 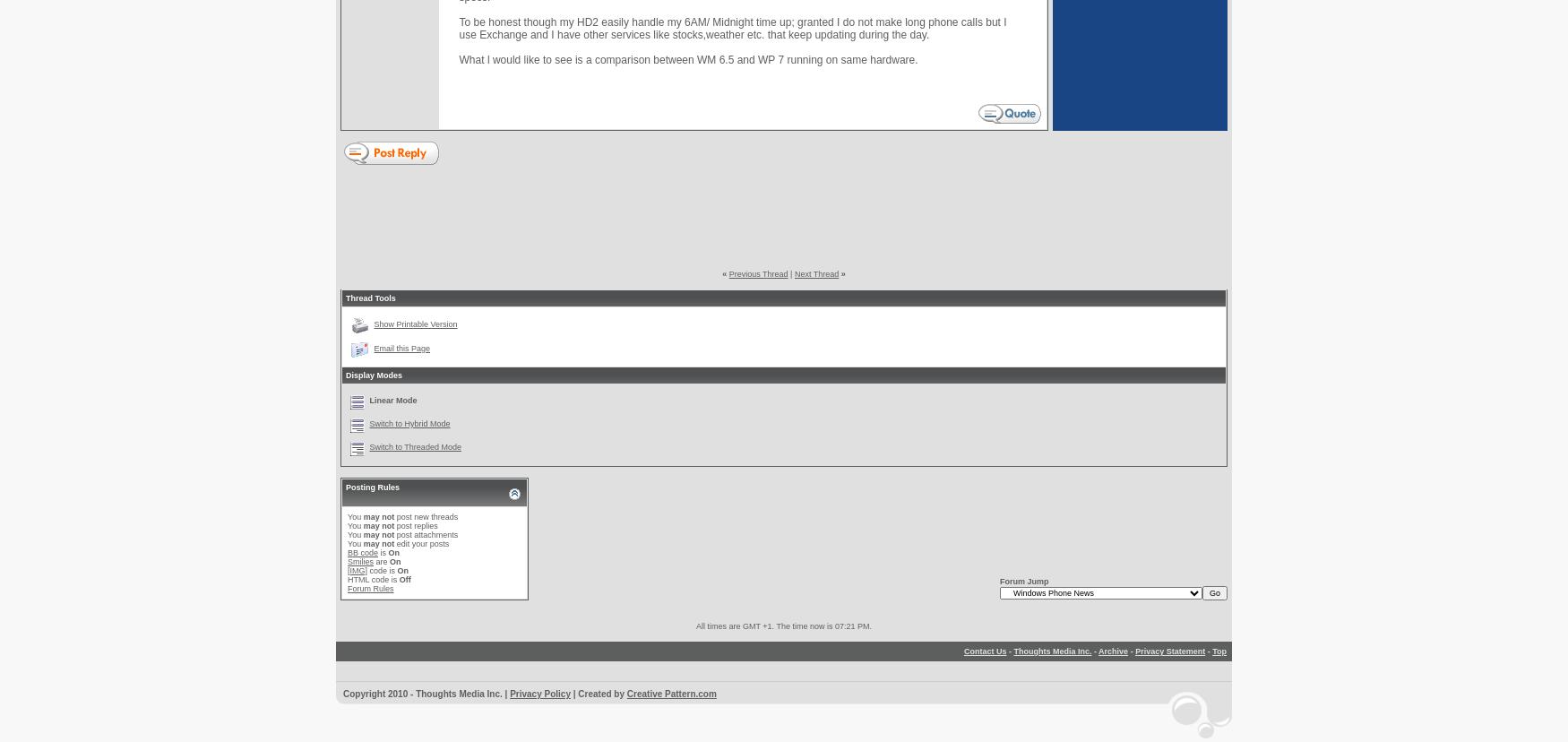 What do you see at coordinates (345, 375) in the screenshot?
I see `'Display Modes'` at bounding box center [345, 375].